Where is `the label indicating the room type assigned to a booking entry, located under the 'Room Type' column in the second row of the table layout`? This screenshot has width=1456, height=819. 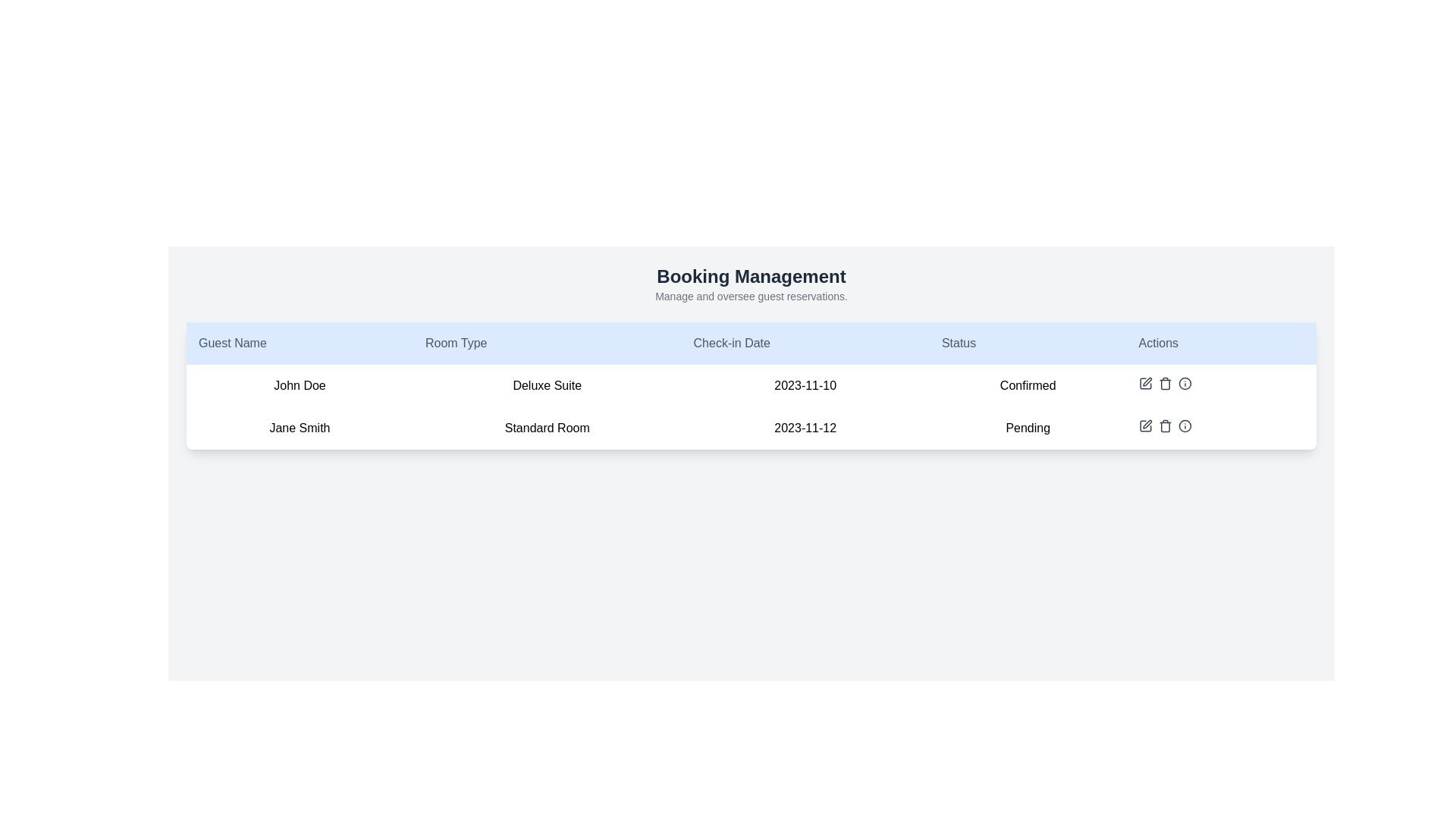 the label indicating the room type assigned to a booking entry, located under the 'Room Type' column in the second row of the table layout is located at coordinates (546, 428).